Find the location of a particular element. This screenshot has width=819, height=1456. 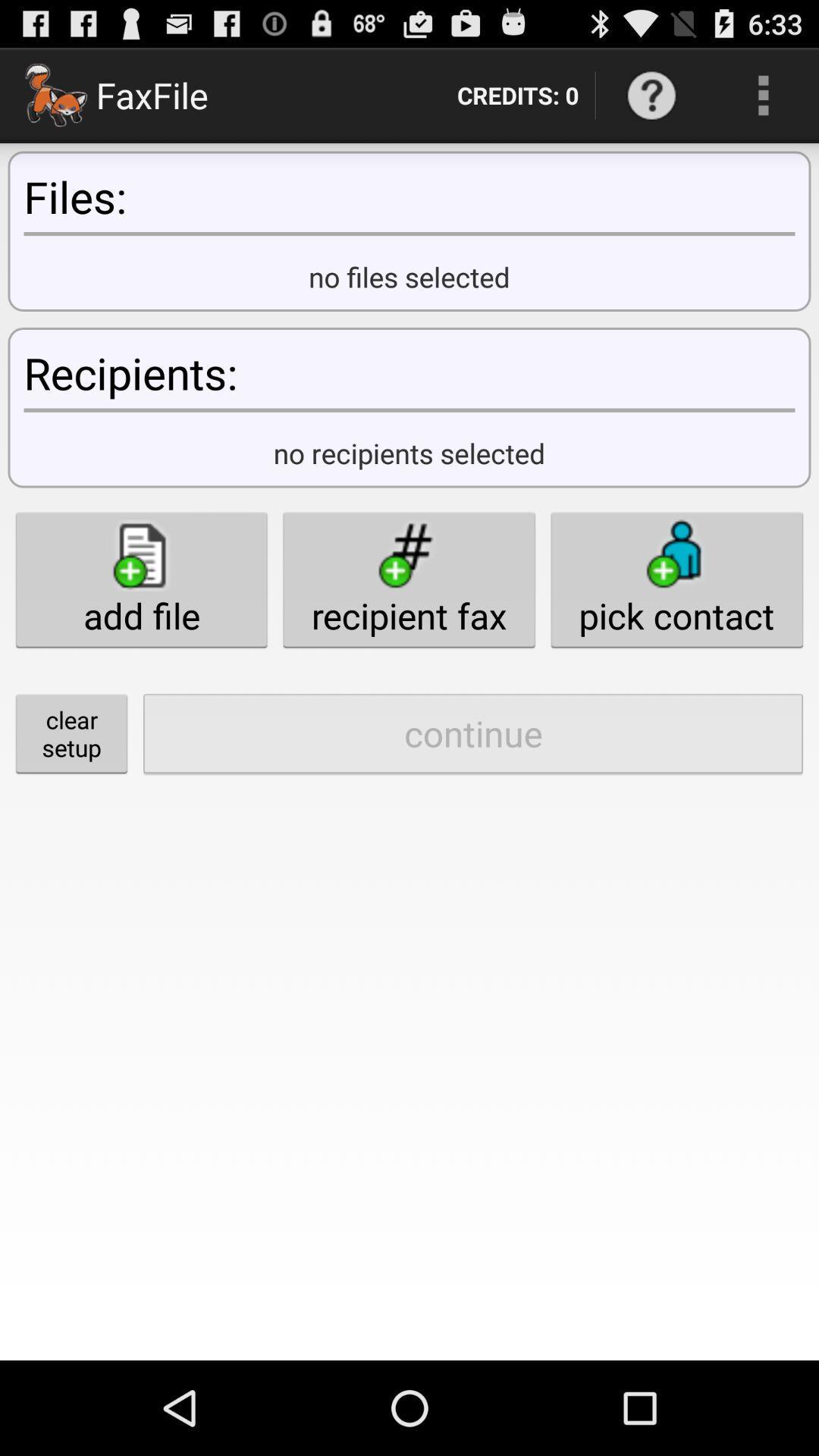

the pick contact icon is located at coordinates (676, 579).